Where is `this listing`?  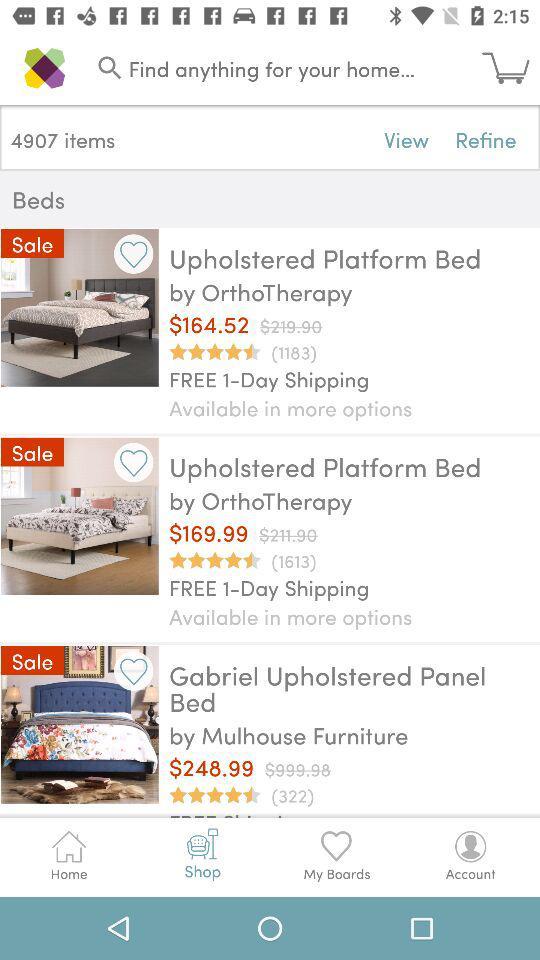 this listing is located at coordinates (133, 253).